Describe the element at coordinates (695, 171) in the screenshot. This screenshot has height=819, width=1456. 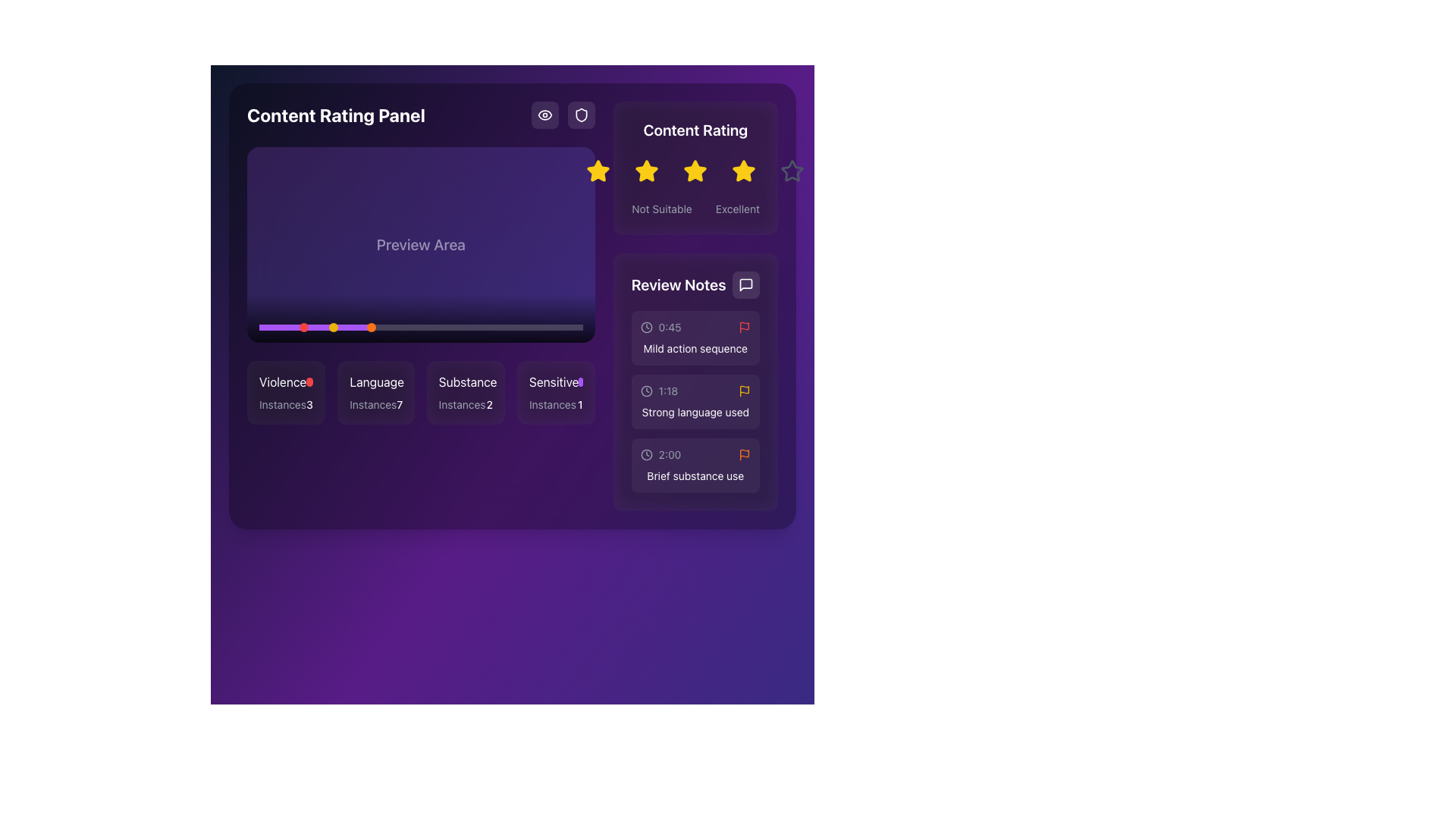
I see `the third yellow star icon in the 'Content Rating' section by tabbing to it` at that location.